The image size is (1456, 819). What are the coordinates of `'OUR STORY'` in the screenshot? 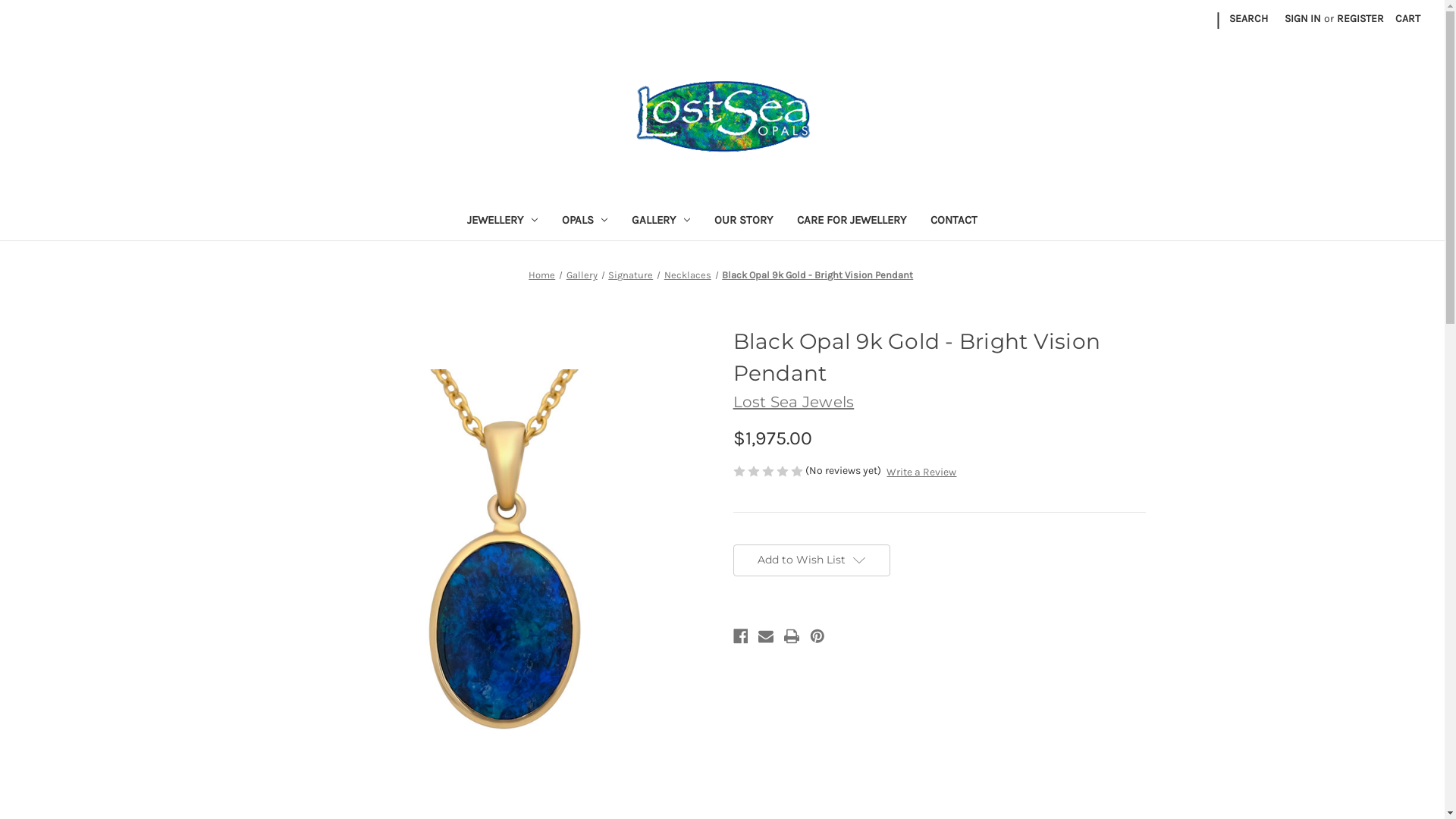 It's located at (743, 221).